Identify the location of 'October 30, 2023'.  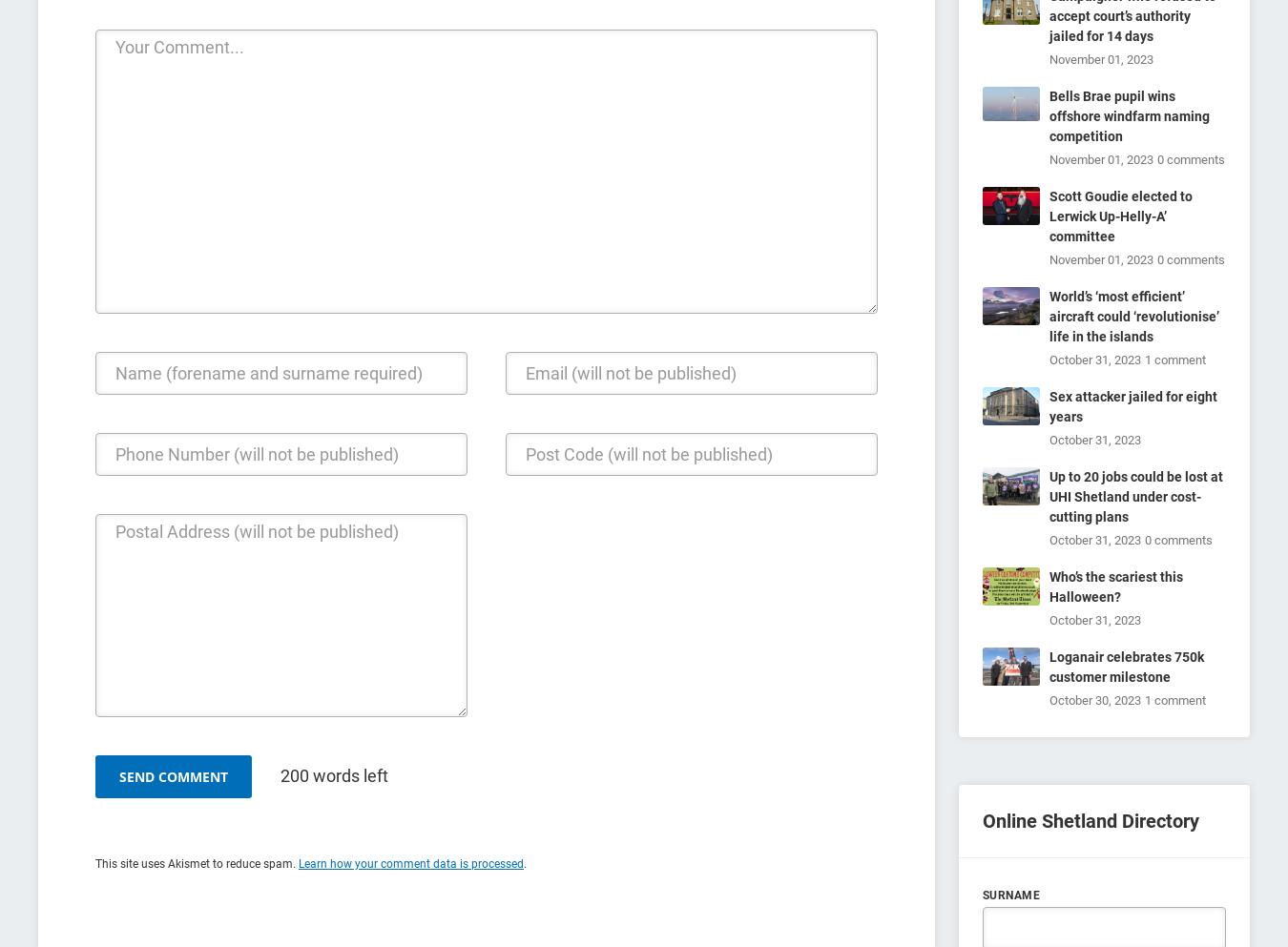
(1094, 700).